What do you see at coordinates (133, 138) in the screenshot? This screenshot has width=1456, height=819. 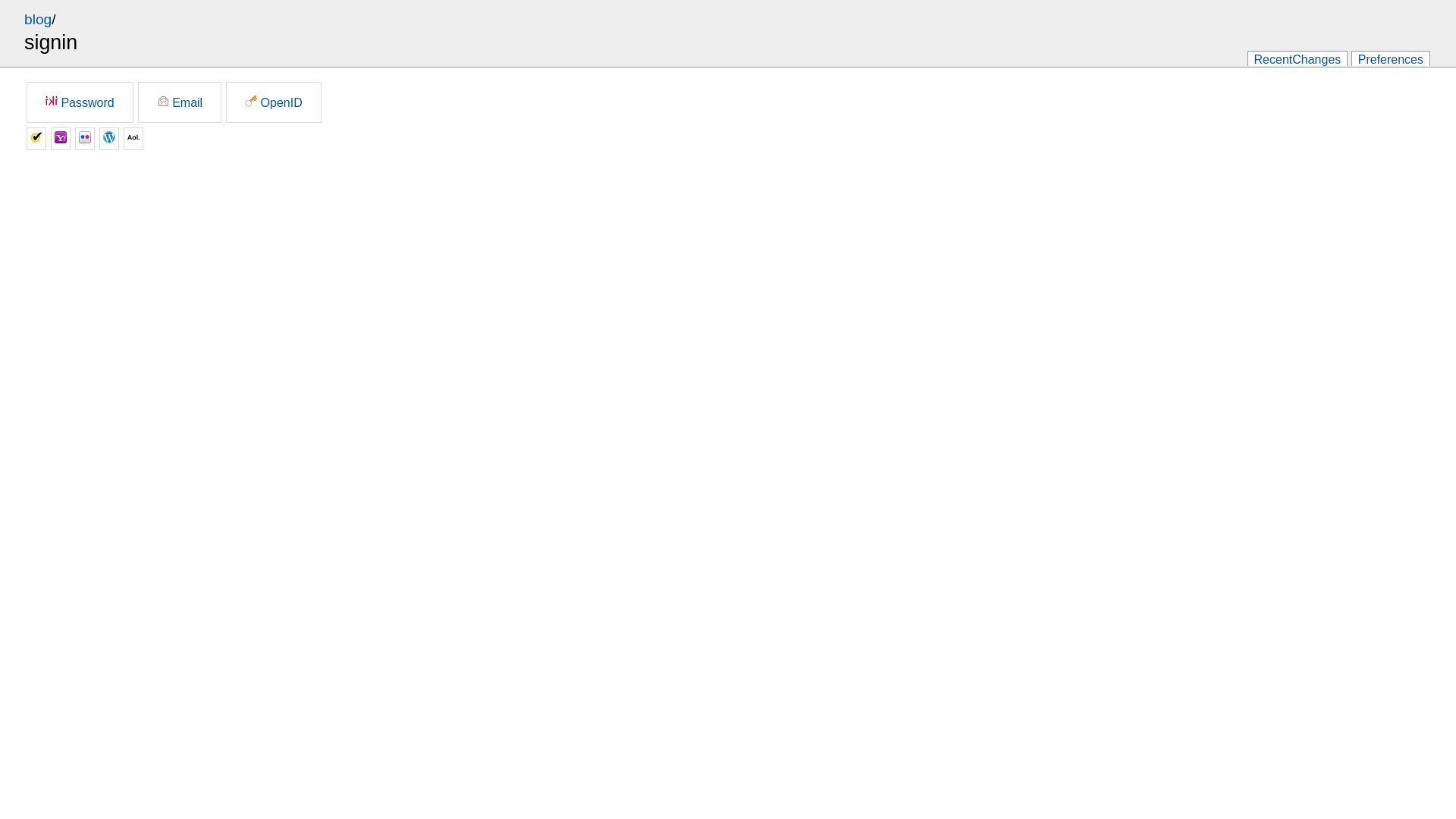 I see `'AOL'` at bounding box center [133, 138].